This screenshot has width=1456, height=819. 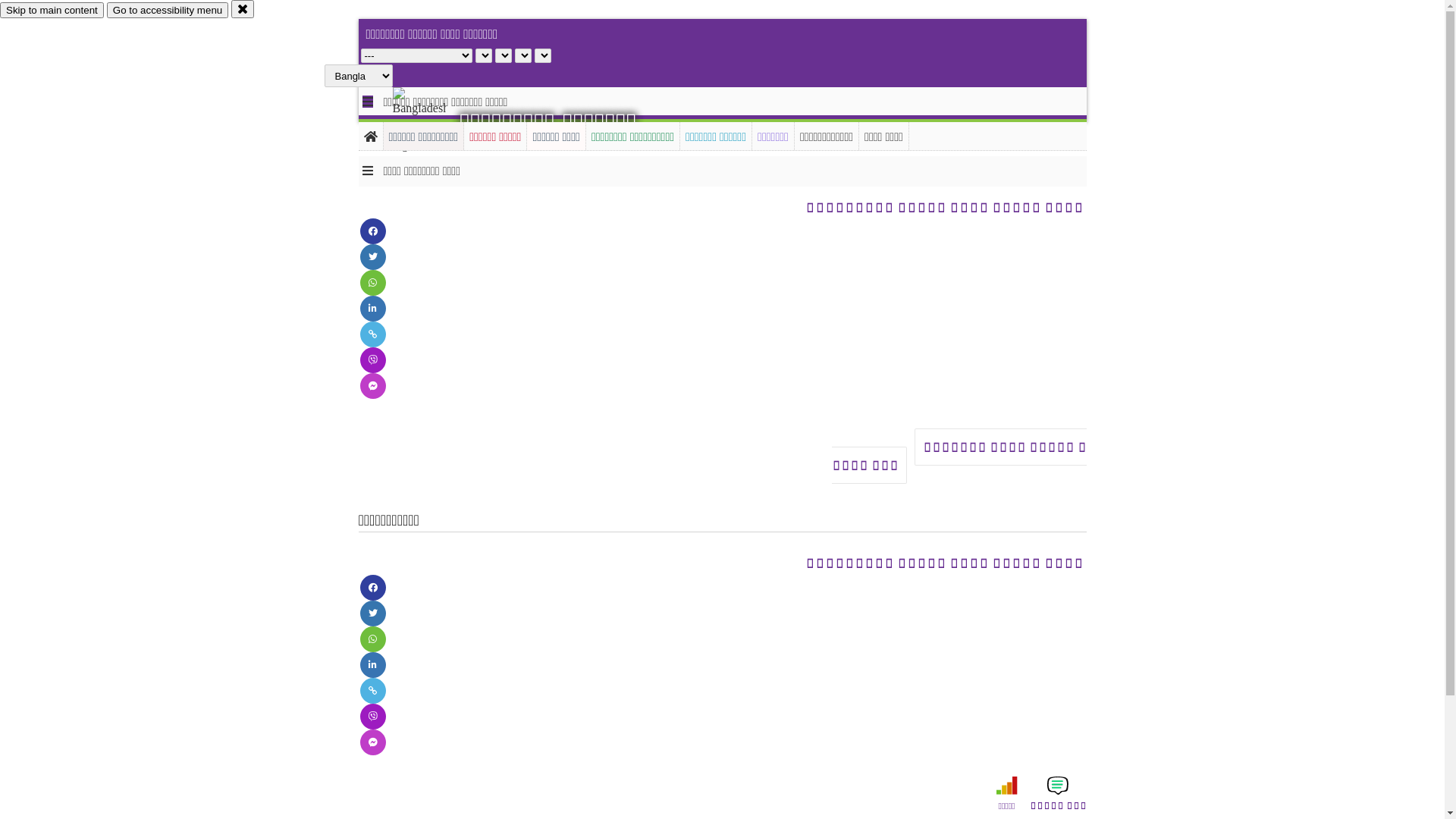 I want to click on 'Skip to main content', so click(x=0, y=10).